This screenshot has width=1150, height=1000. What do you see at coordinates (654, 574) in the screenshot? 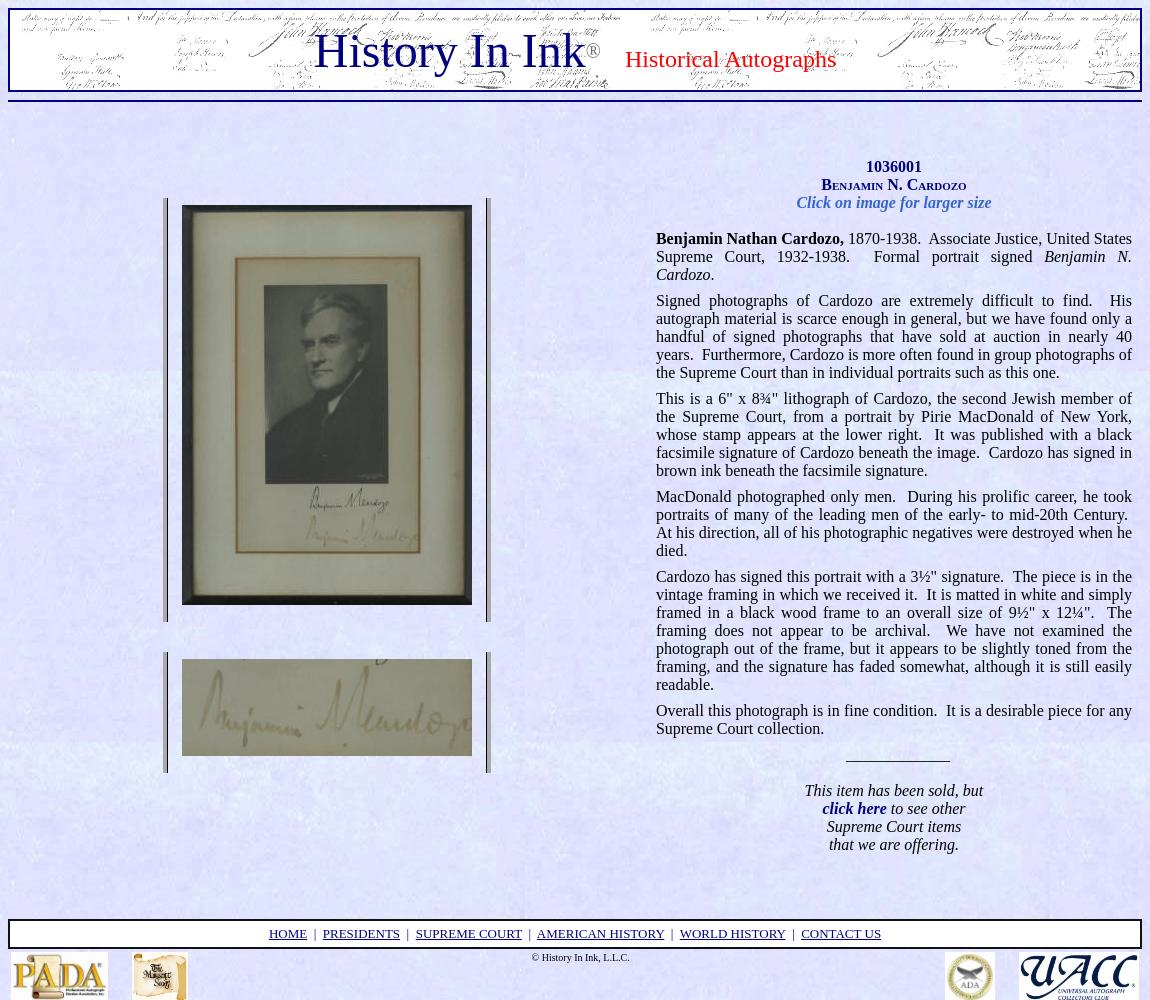
I see `'Cardozo has signed this portrait with a 3'` at bounding box center [654, 574].